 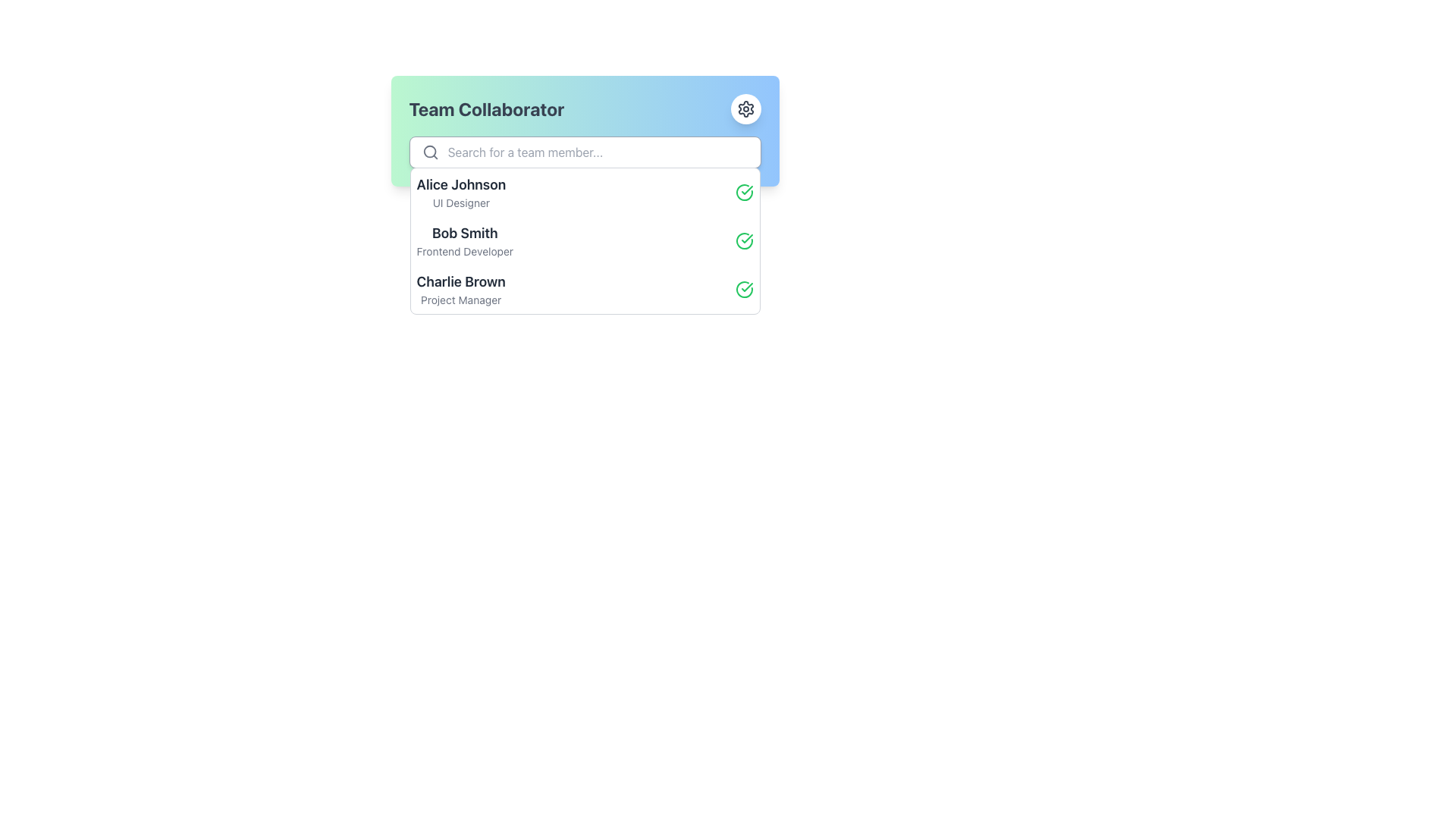 What do you see at coordinates (584, 152) in the screenshot?
I see `the text input field with a search icon displaying the placeholder 'Search for a team member...' in the 'Team Collaborator' panel` at bounding box center [584, 152].